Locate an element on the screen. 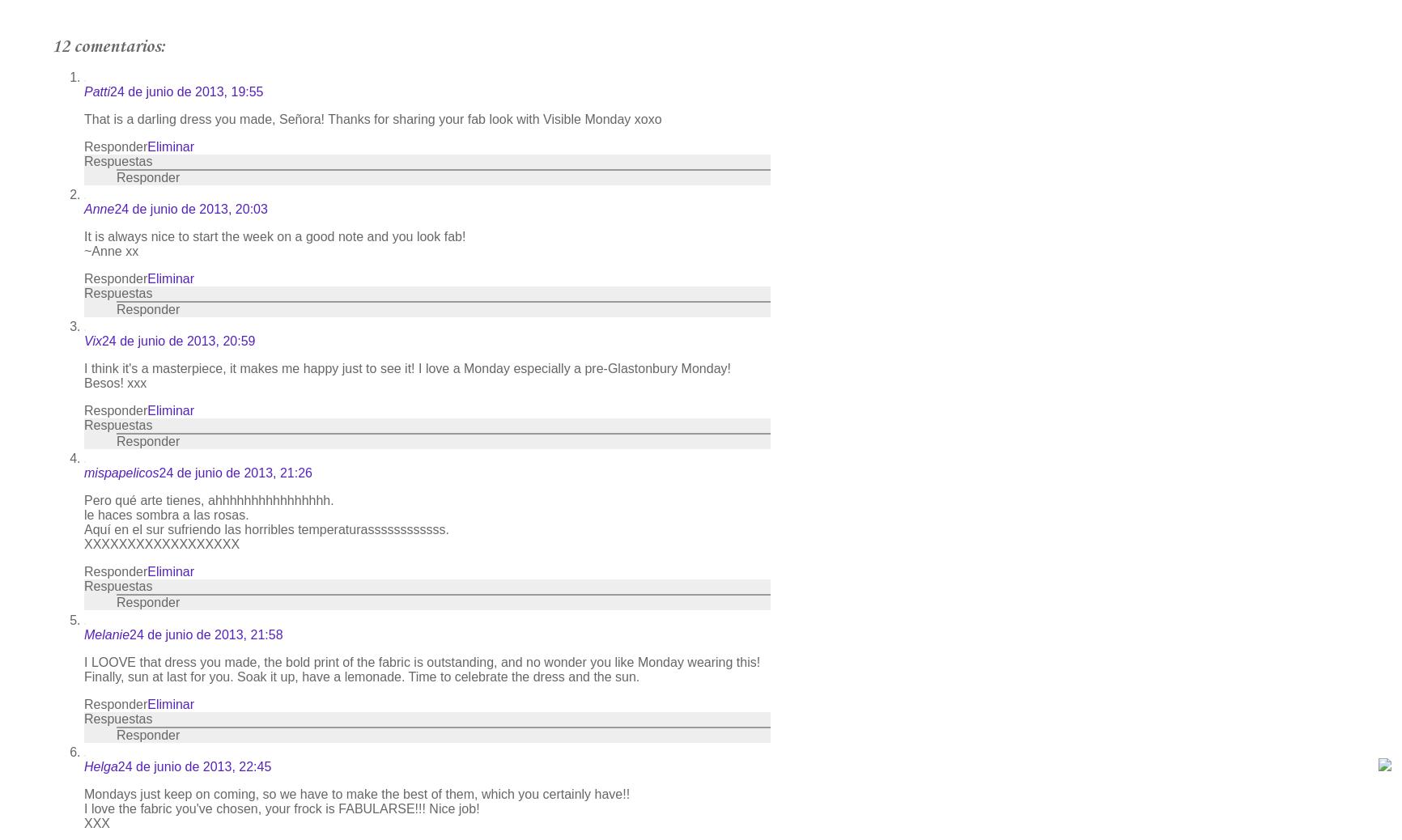  '12 comentarios:' is located at coordinates (108, 44).